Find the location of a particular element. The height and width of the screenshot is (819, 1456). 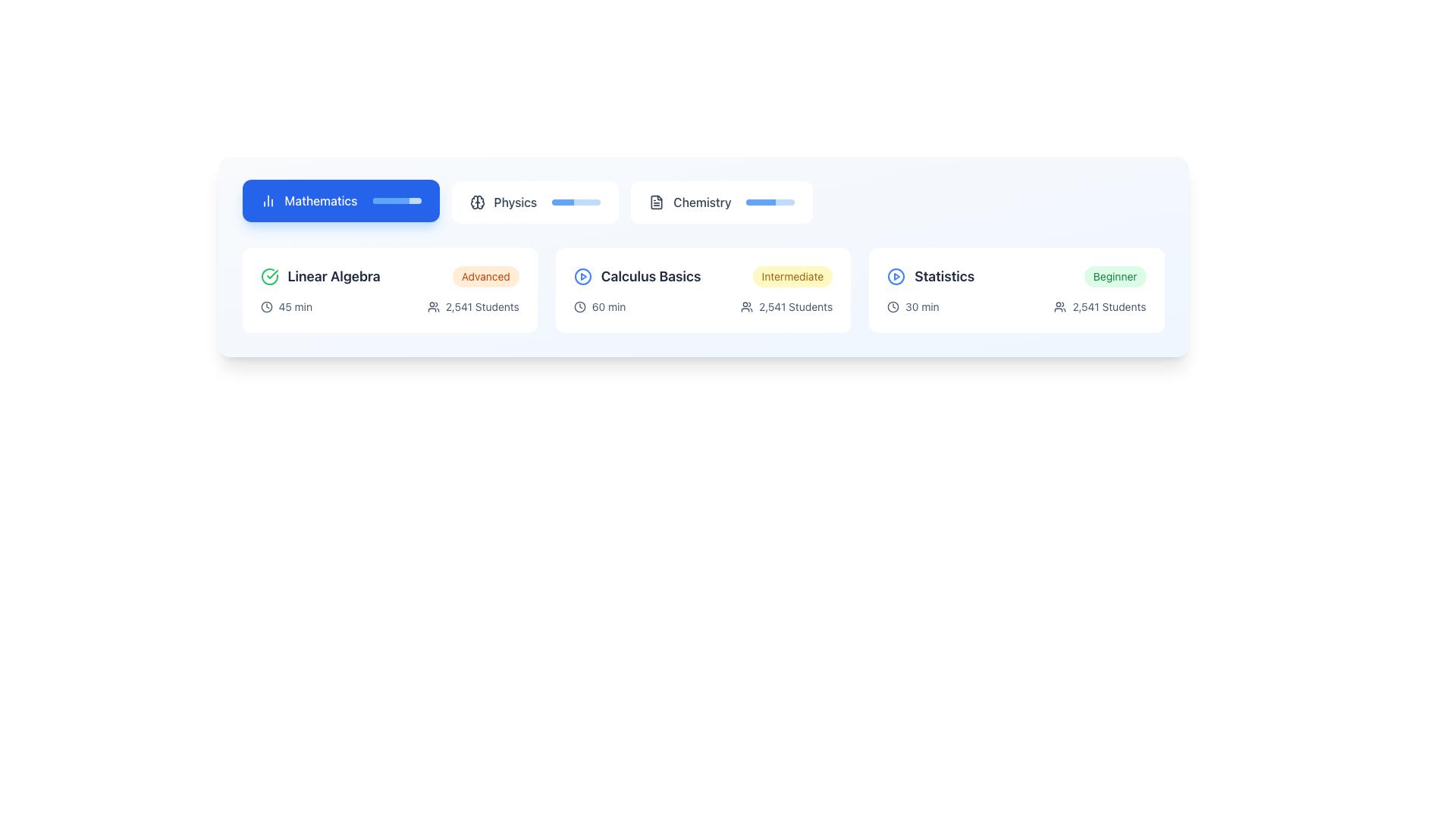

the vertical bar chart icon located to the left of the 'Mathematics' button, which is styled with light-colored strokes and positioned within a blue rectangular area with rounded corners is located at coordinates (268, 200).